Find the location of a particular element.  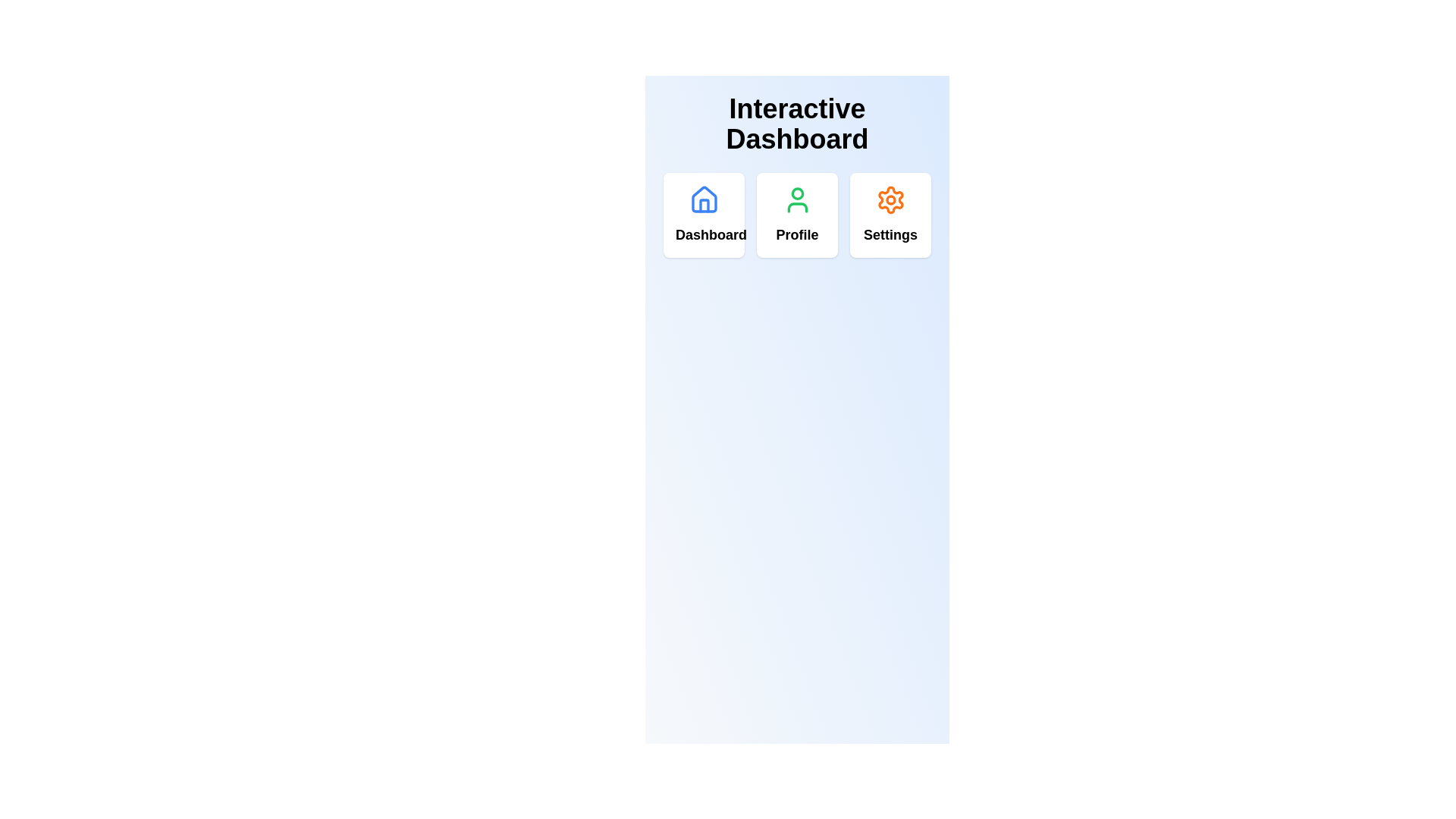

the 'Dashboard' icon located at the top center of the dashboard card is located at coordinates (703, 199).